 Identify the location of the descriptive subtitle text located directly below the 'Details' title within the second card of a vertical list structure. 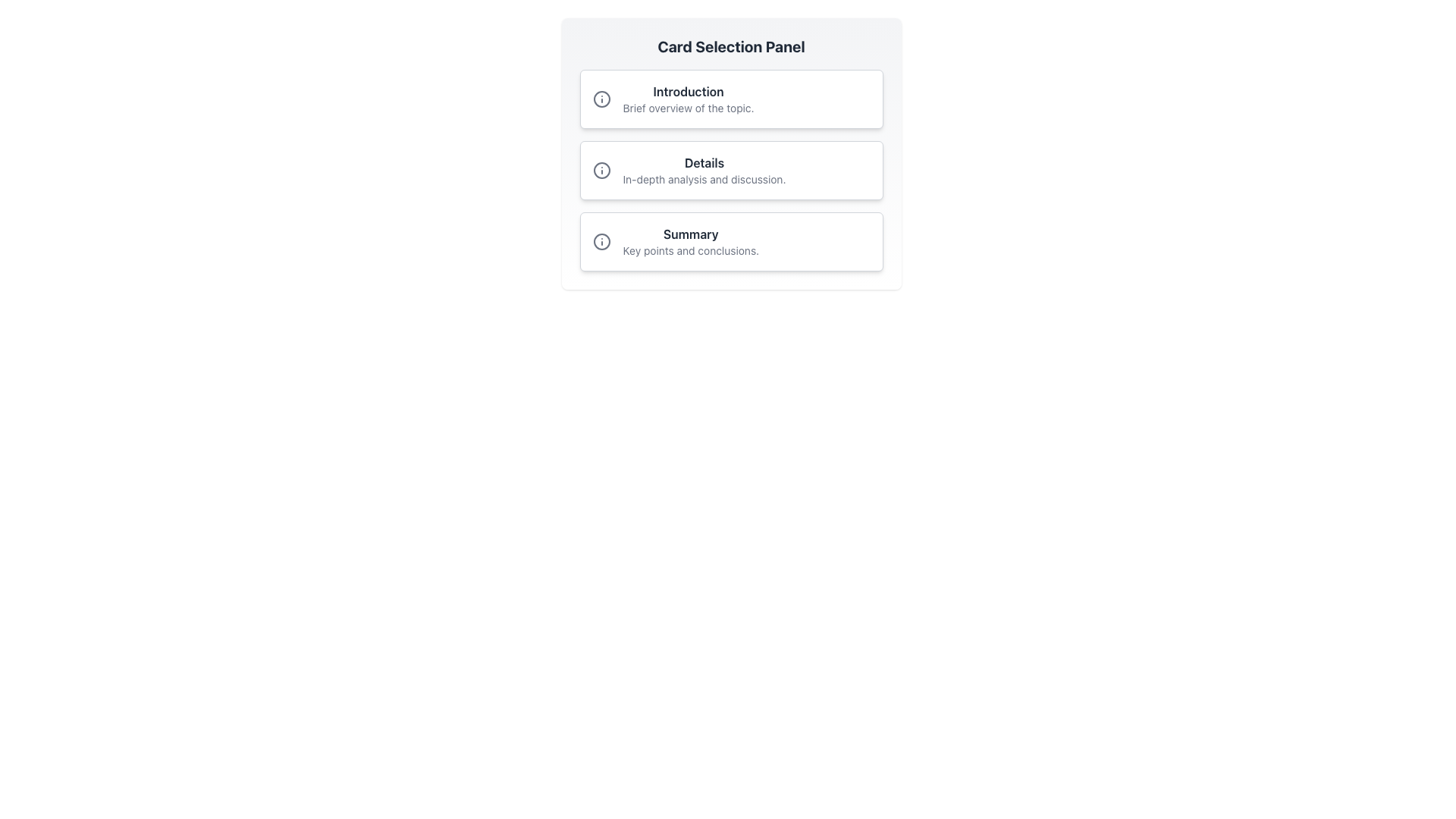
(703, 178).